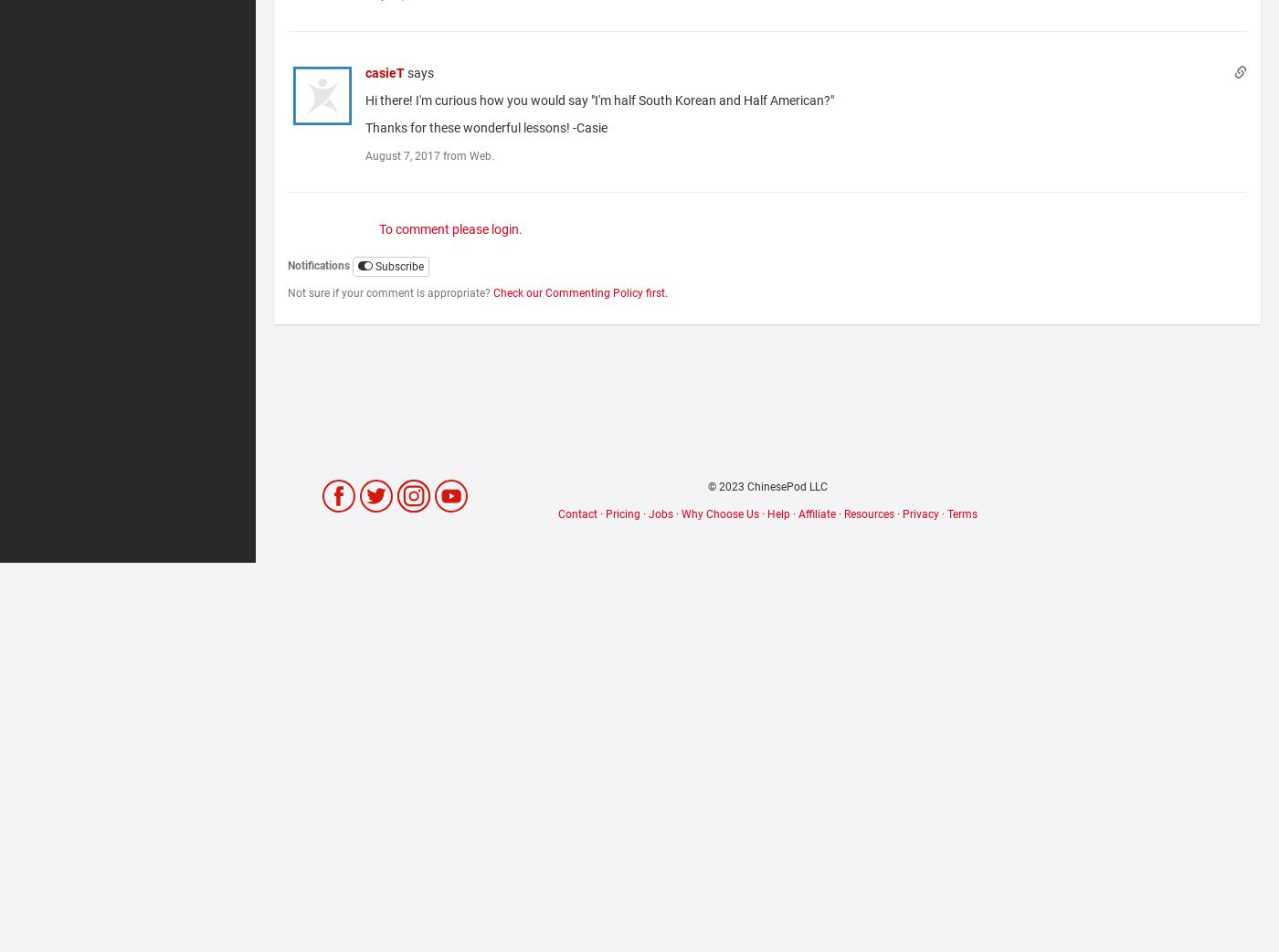 The height and width of the screenshot is (952, 1279). Describe the element at coordinates (601, 100) in the screenshot. I see `'Hi there! I'm curious how you would say "I'm half South Korean and Half American?"'` at that location.